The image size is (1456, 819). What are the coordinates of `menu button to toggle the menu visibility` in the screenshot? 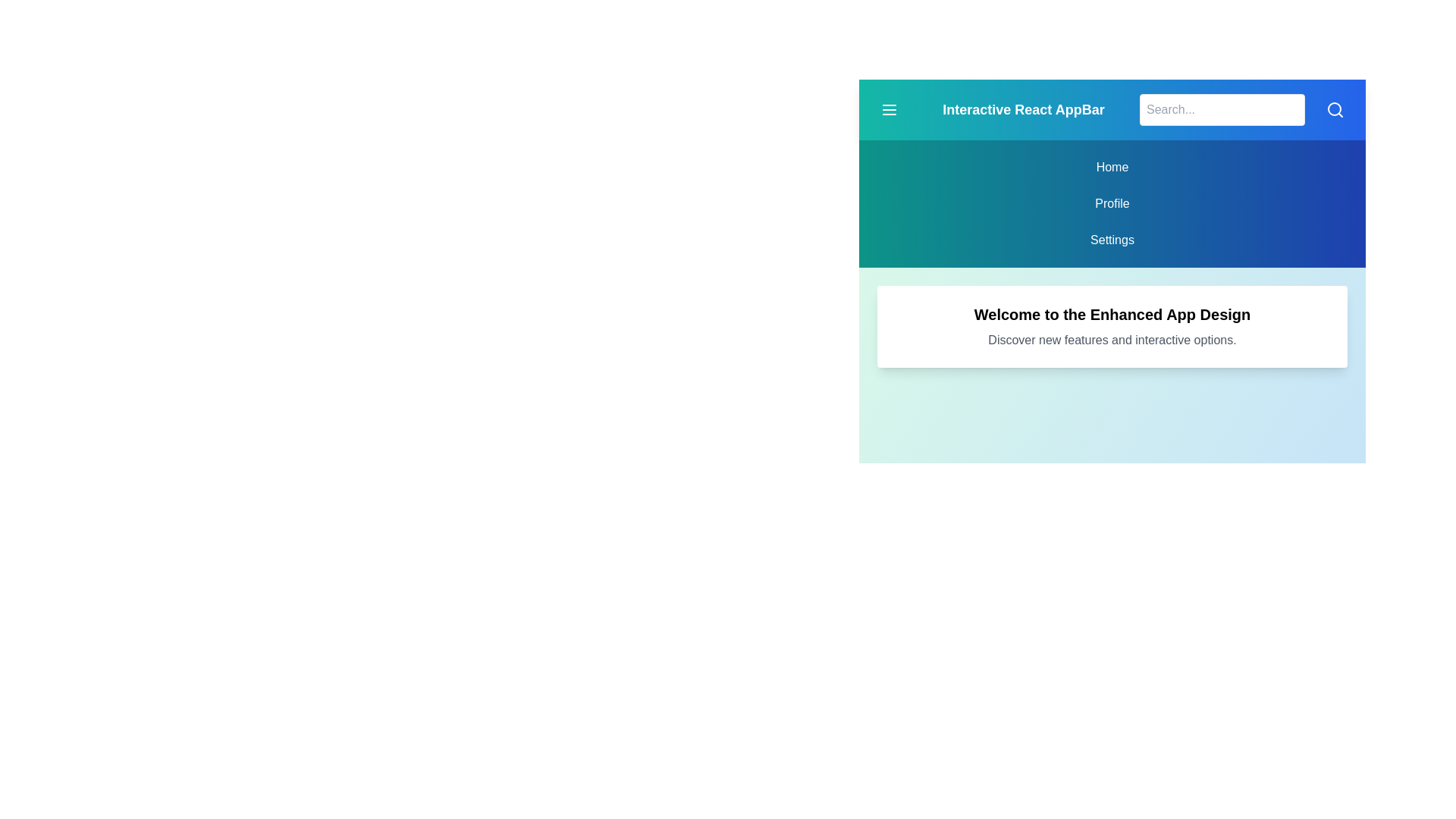 It's located at (889, 109).